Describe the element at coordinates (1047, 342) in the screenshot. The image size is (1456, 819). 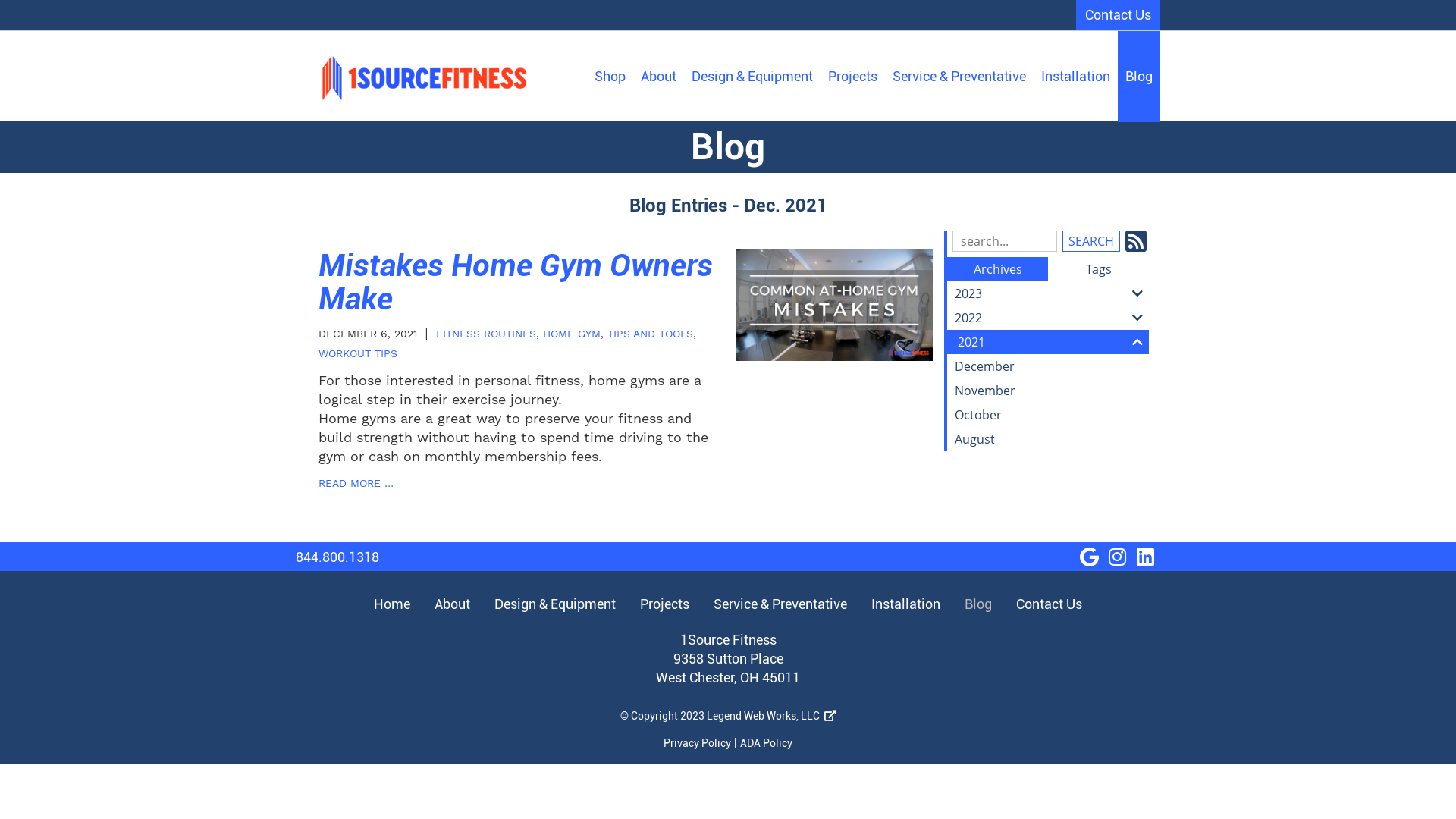
I see `'2021'` at that location.